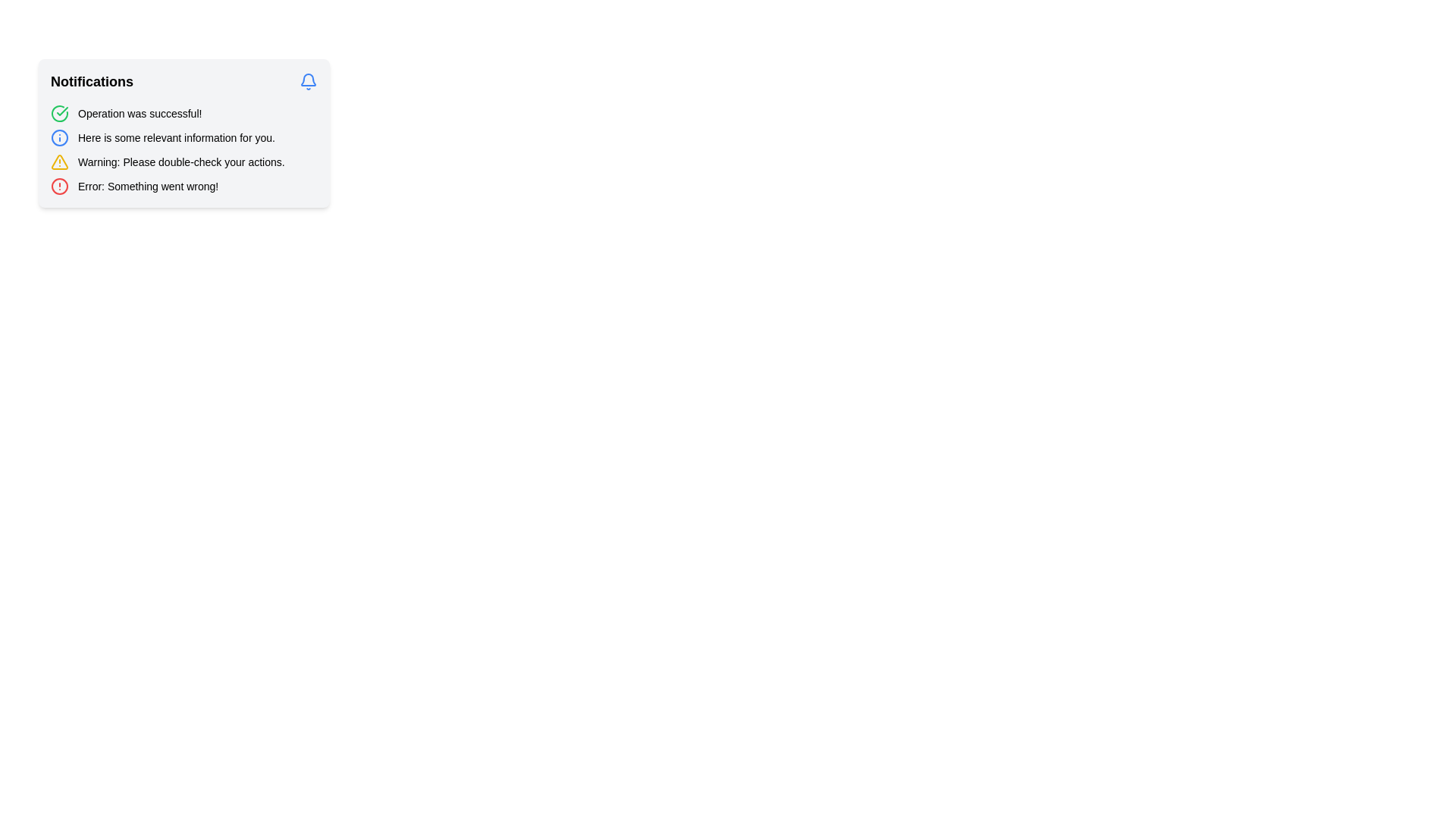  I want to click on warning text from the notification item which displays 'Warning: Please double-check your actions.' This notification is the third in a vertical stack, located between two other notifications, so click(184, 162).